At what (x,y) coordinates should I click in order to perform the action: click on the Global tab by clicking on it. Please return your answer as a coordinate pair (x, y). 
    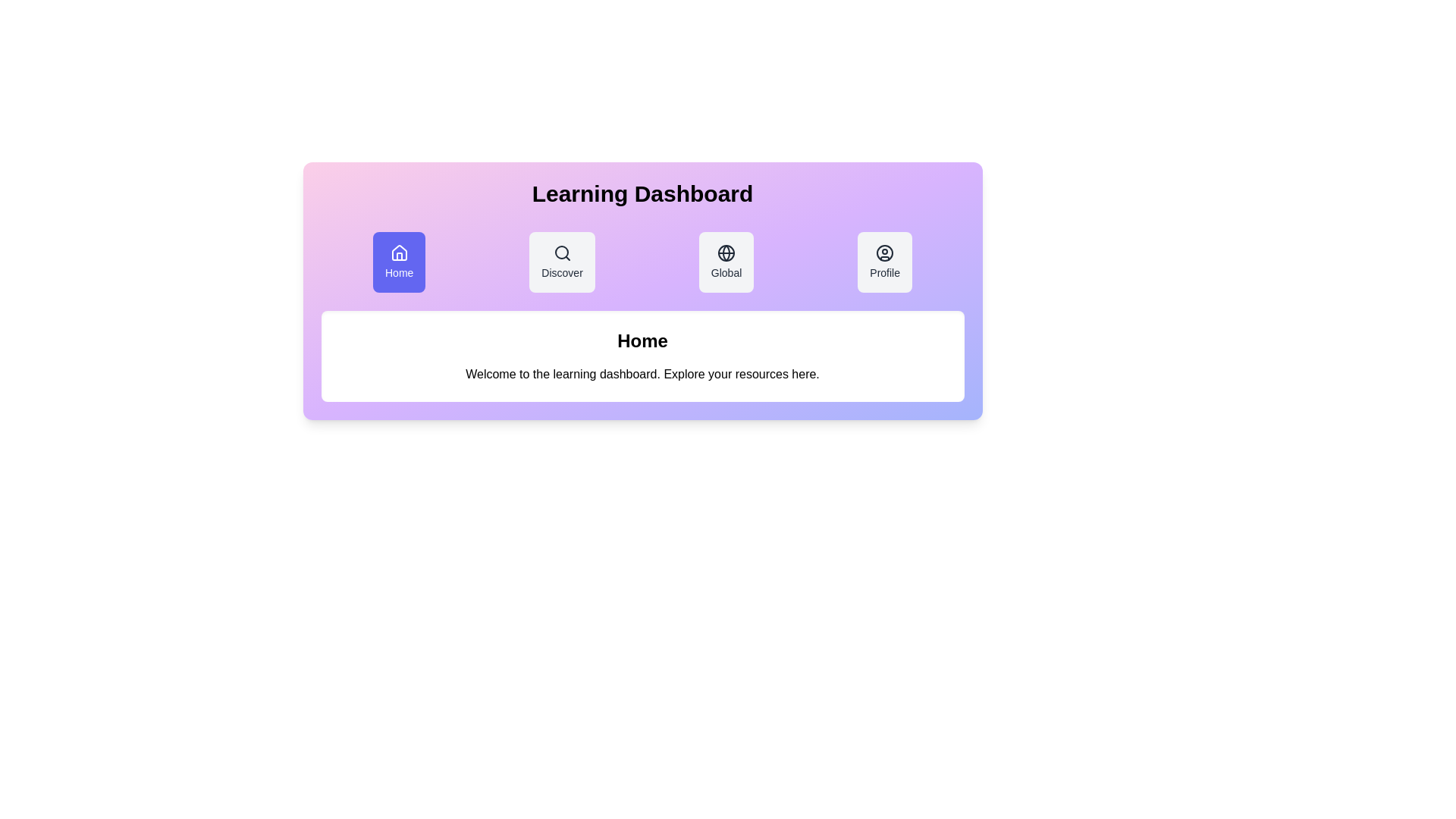
    Looking at the image, I should click on (726, 262).